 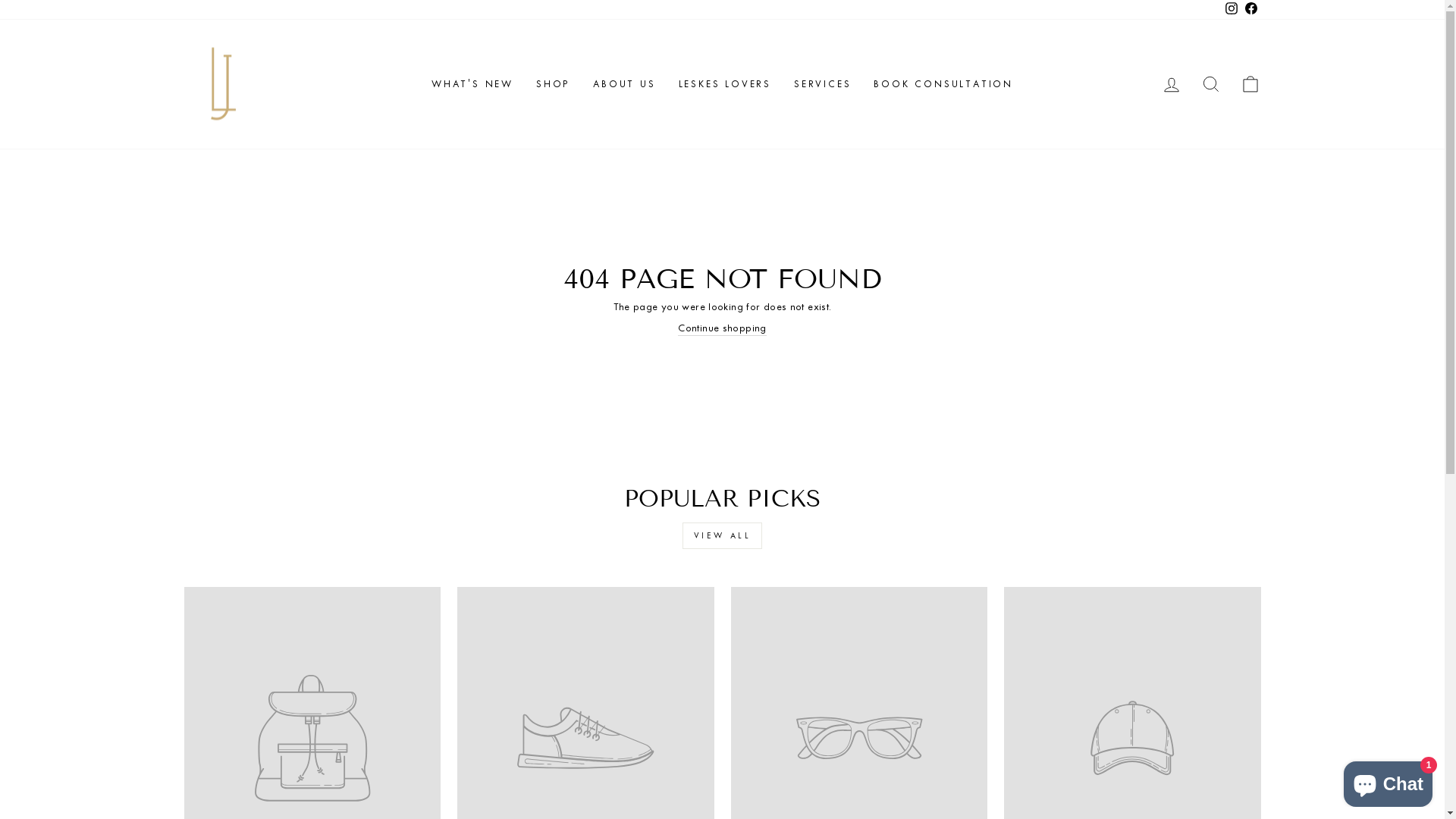 What do you see at coordinates (1388, 780) in the screenshot?
I see `'Shopify online store chat'` at bounding box center [1388, 780].